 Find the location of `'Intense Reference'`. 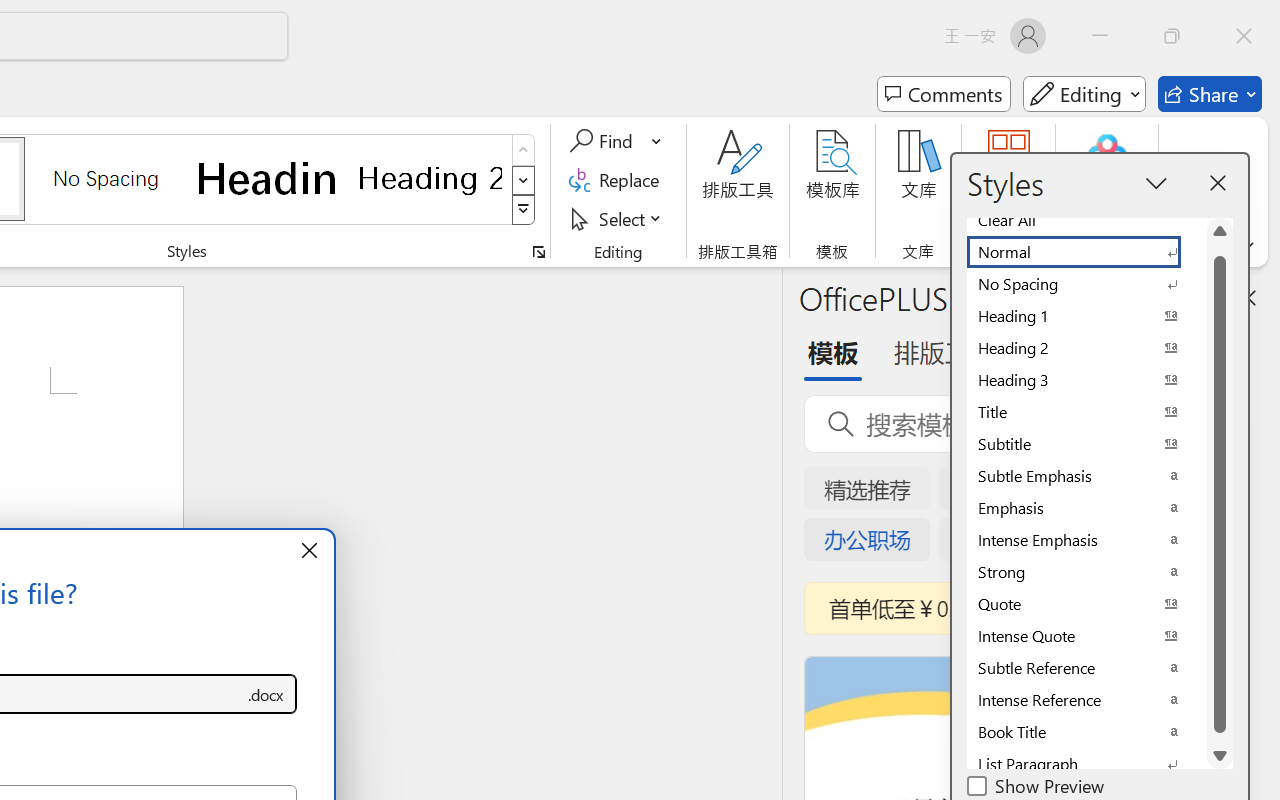

'Intense Reference' is located at coordinates (1085, 700).